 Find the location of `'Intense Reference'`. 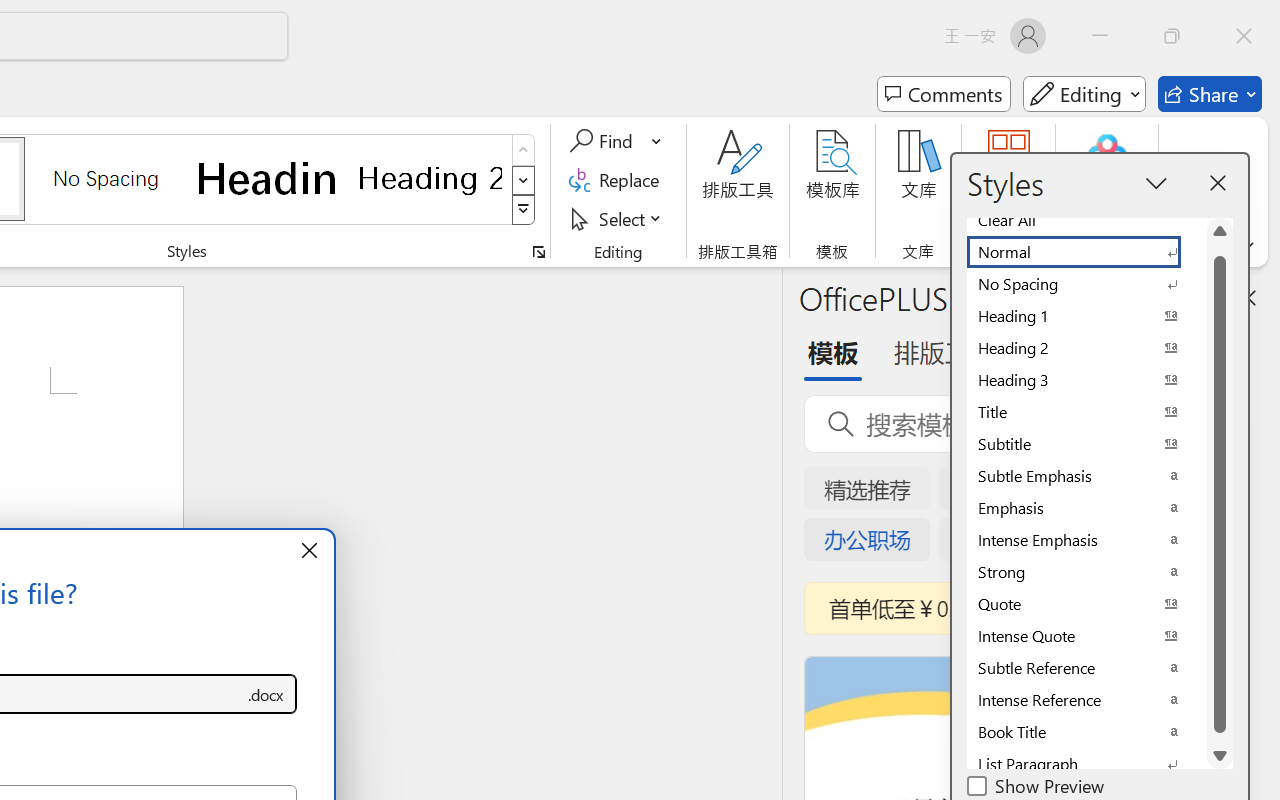

'Intense Reference' is located at coordinates (1085, 700).